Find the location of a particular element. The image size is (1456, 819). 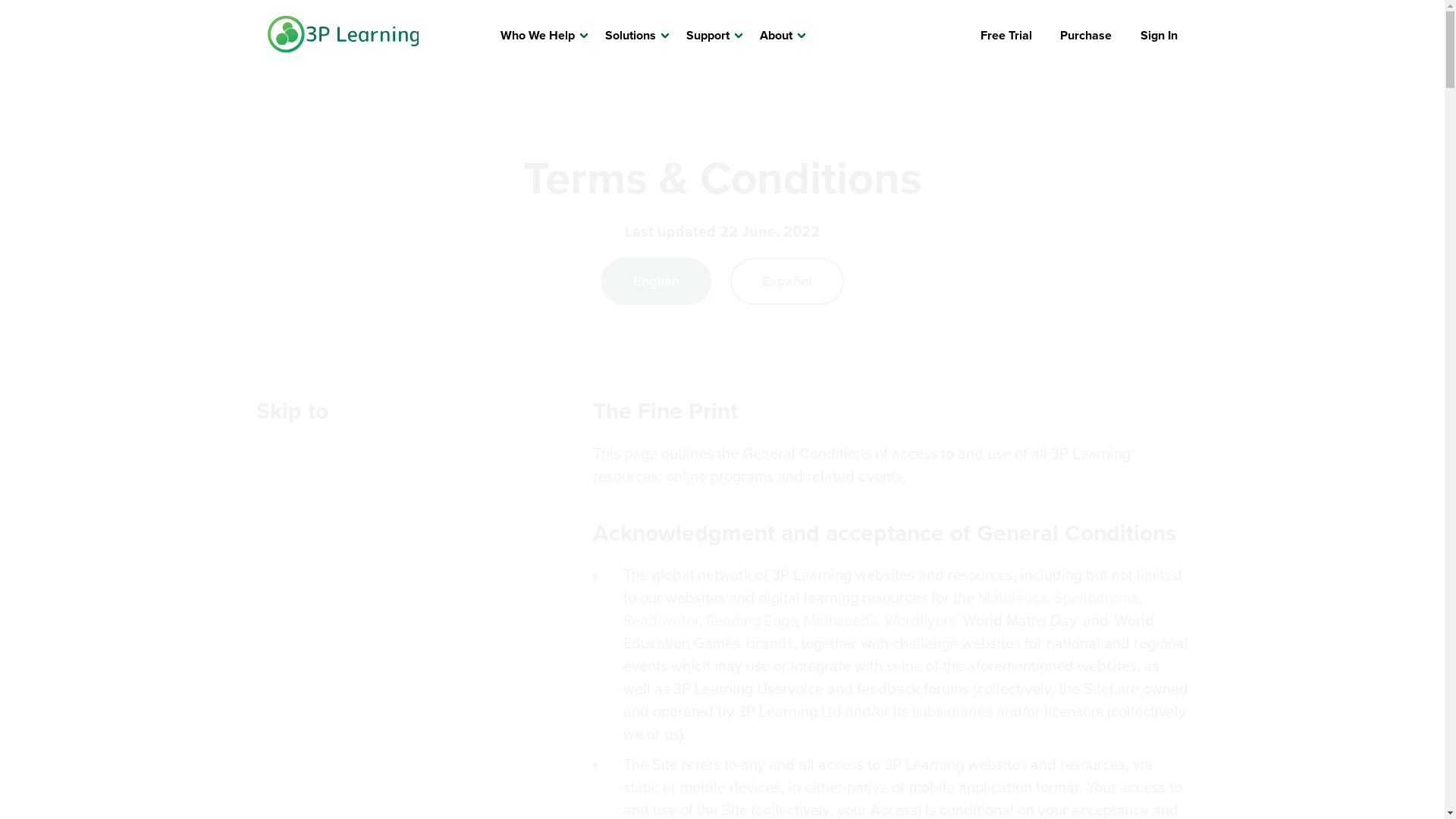

'Spellodrome' is located at coordinates (1053, 596).